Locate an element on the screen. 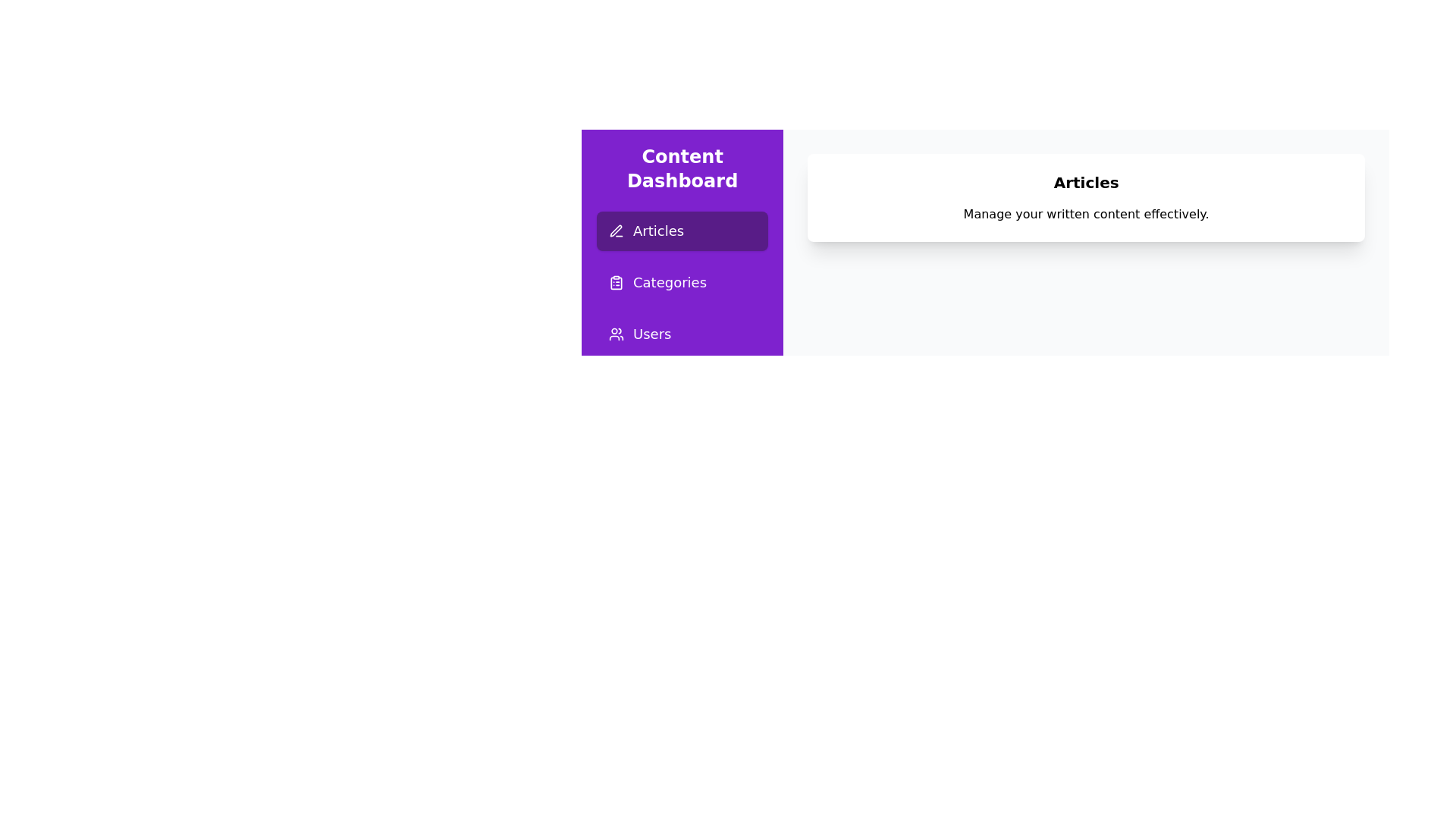 Image resolution: width=1456 pixels, height=819 pixels. the sidebar button for the page Categories is located at coordinates (682, 283).